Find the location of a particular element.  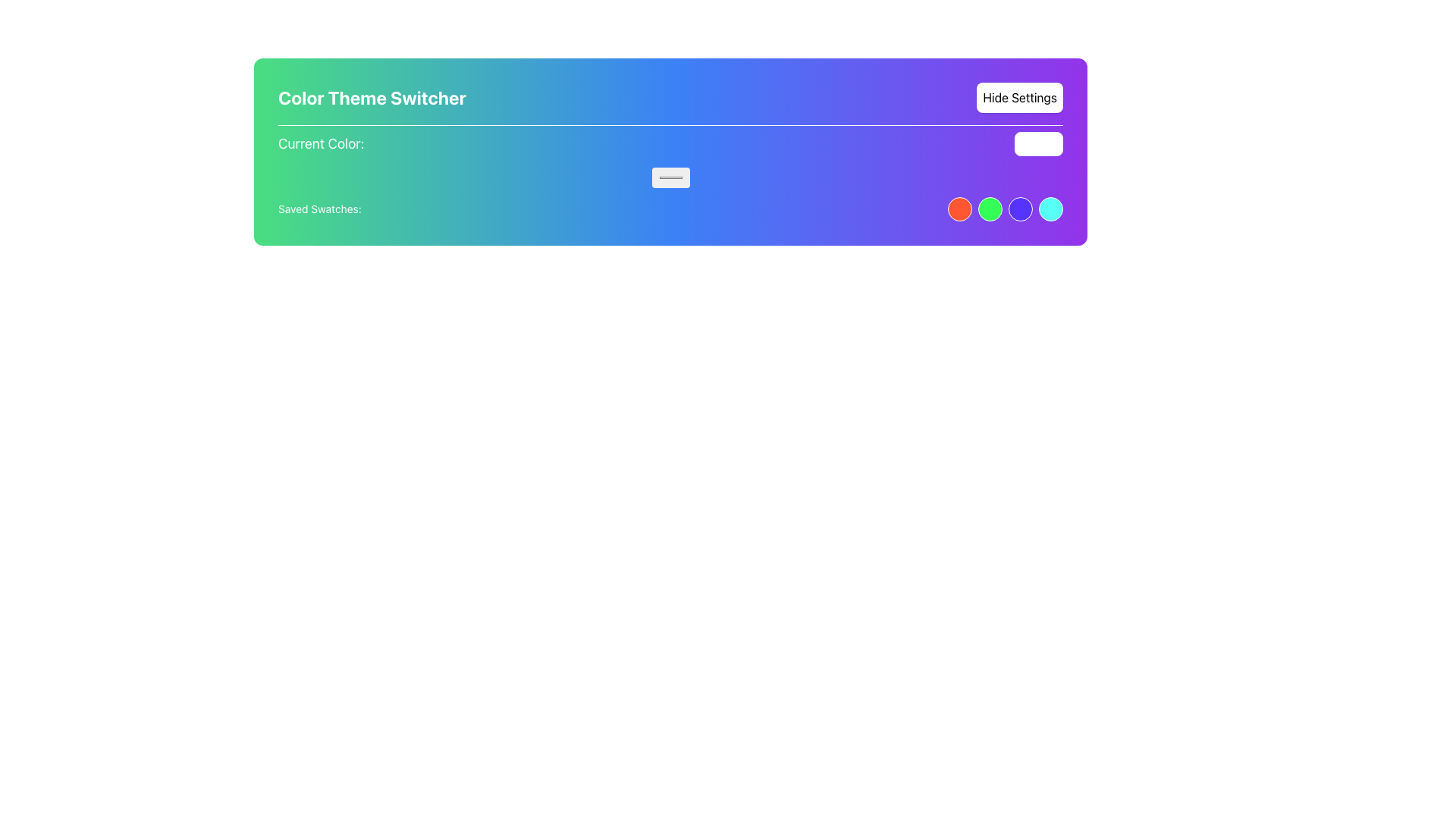

the third button in a horizontal grouping of four buttons located towards the bottom right of the interface is located at coordinates (1020, 209).